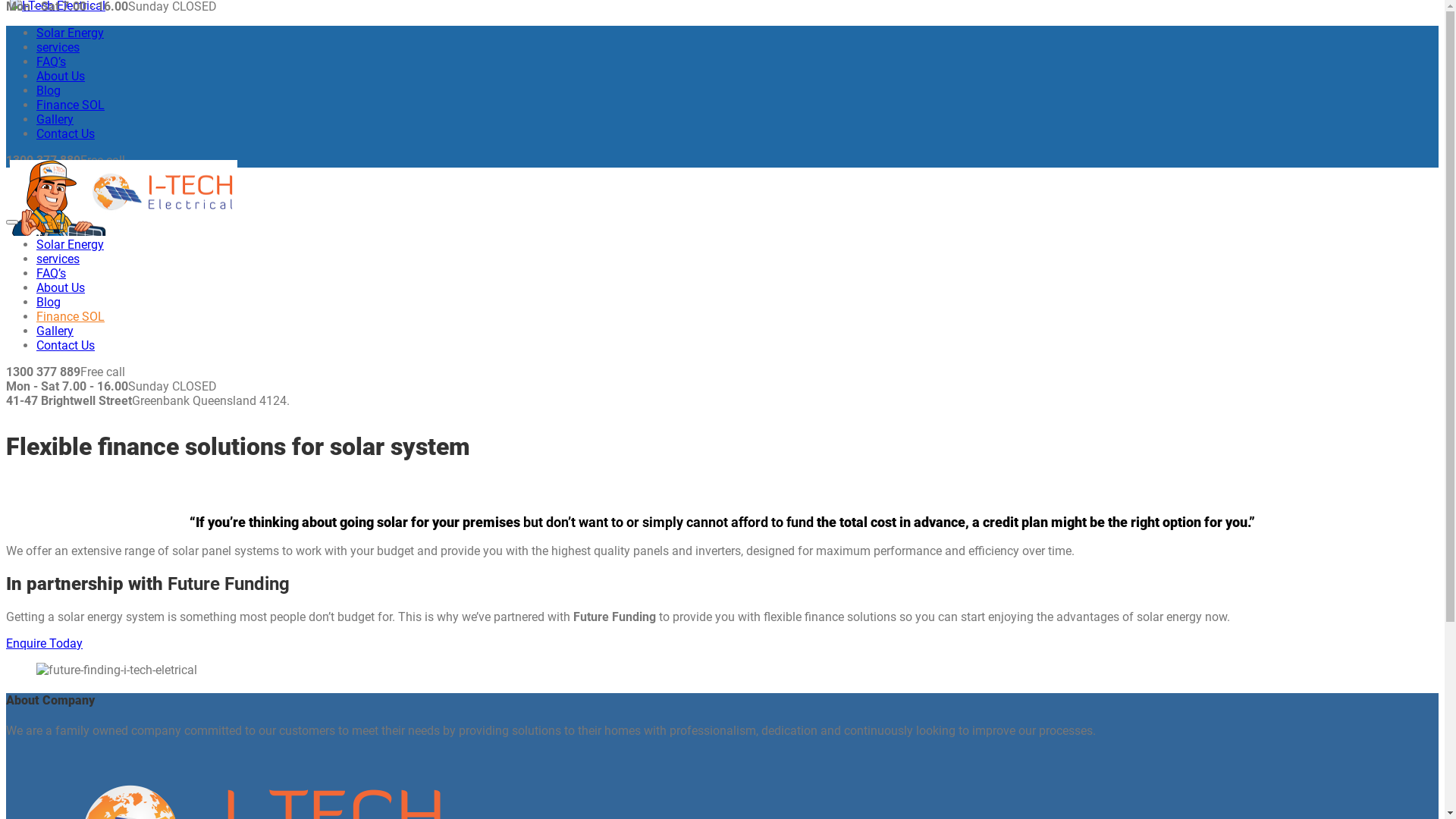  I want to click on 'About Us', so click(61, 76).